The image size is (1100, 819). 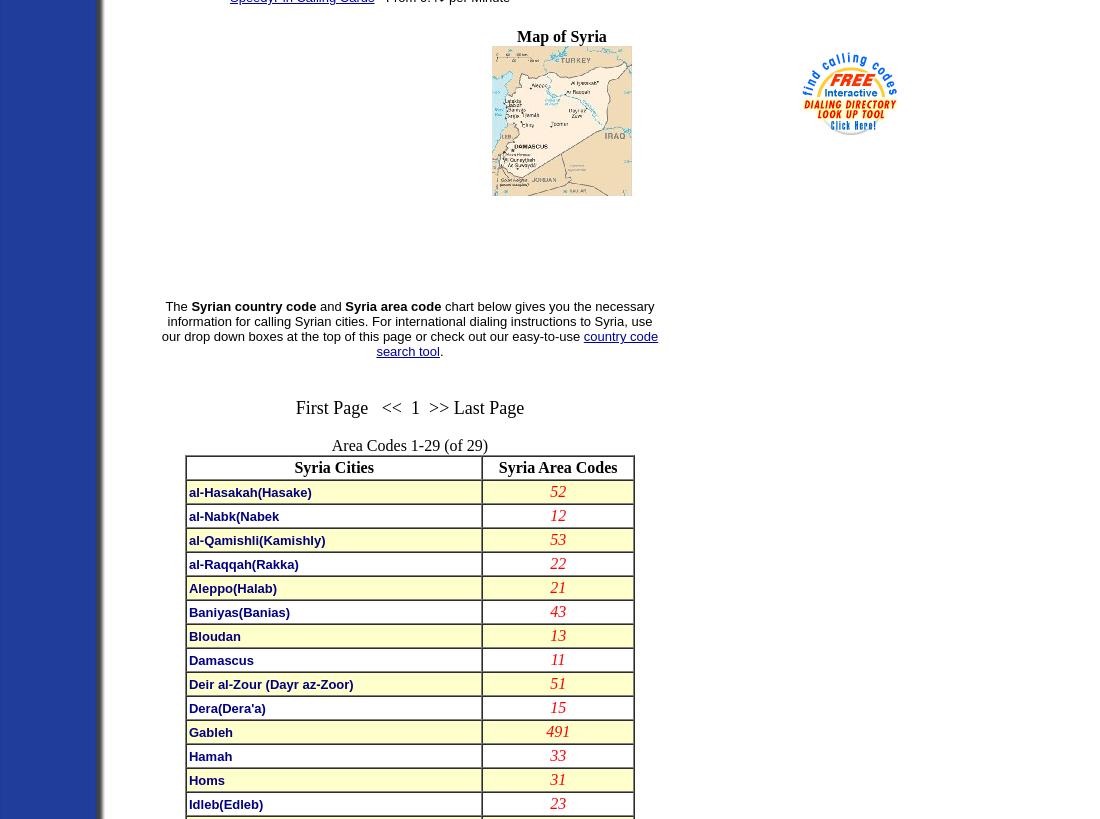 What do you see at coordinates (556, 467) in the screenshot?
I see `'Syria Area Codes'` at bounding box center [556, 467].